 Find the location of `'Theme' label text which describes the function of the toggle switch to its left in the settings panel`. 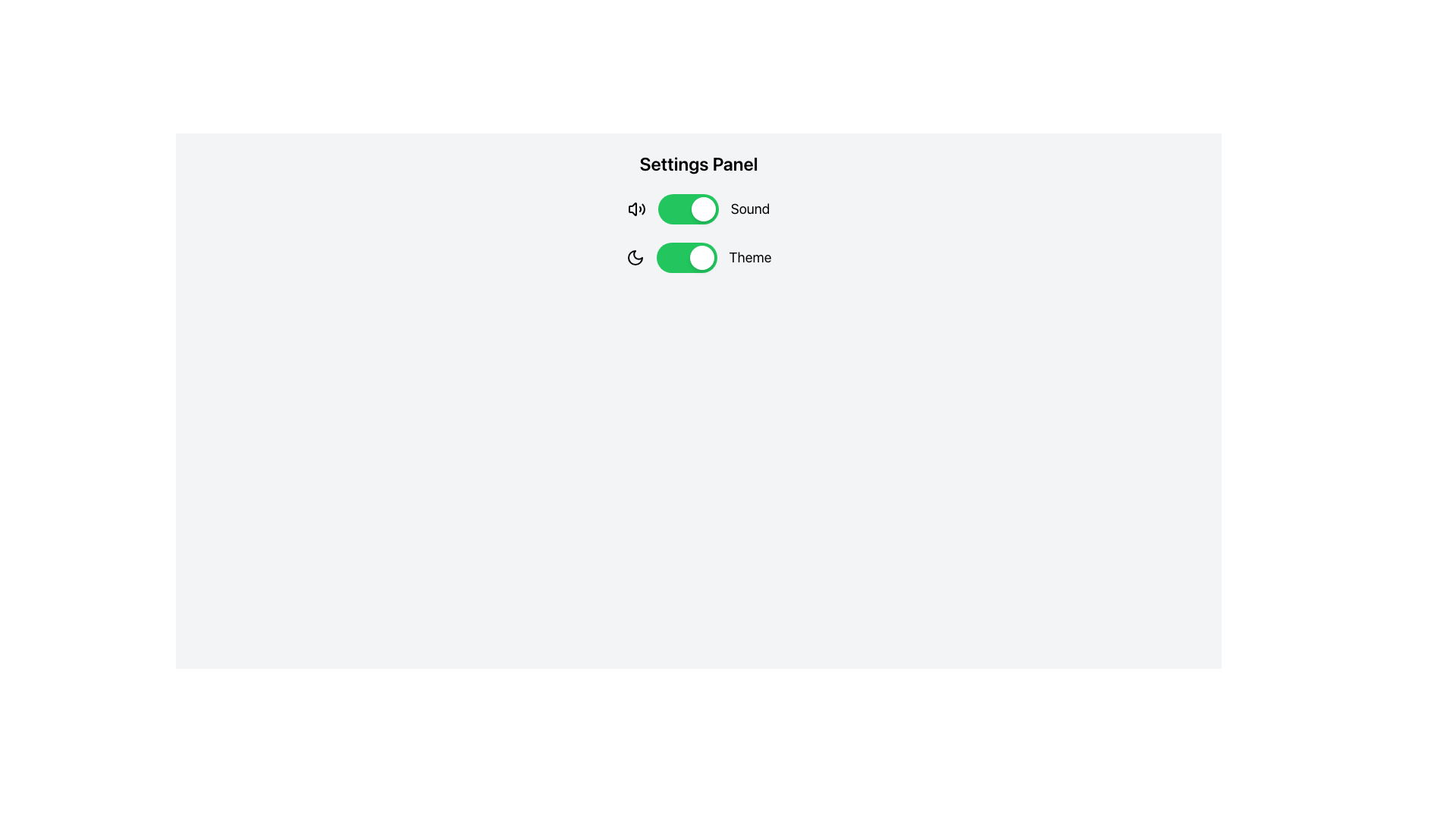

'Theme' label text which describes the function of the toggle switch to its left in the settings panel is located at coordinates (750, 256).